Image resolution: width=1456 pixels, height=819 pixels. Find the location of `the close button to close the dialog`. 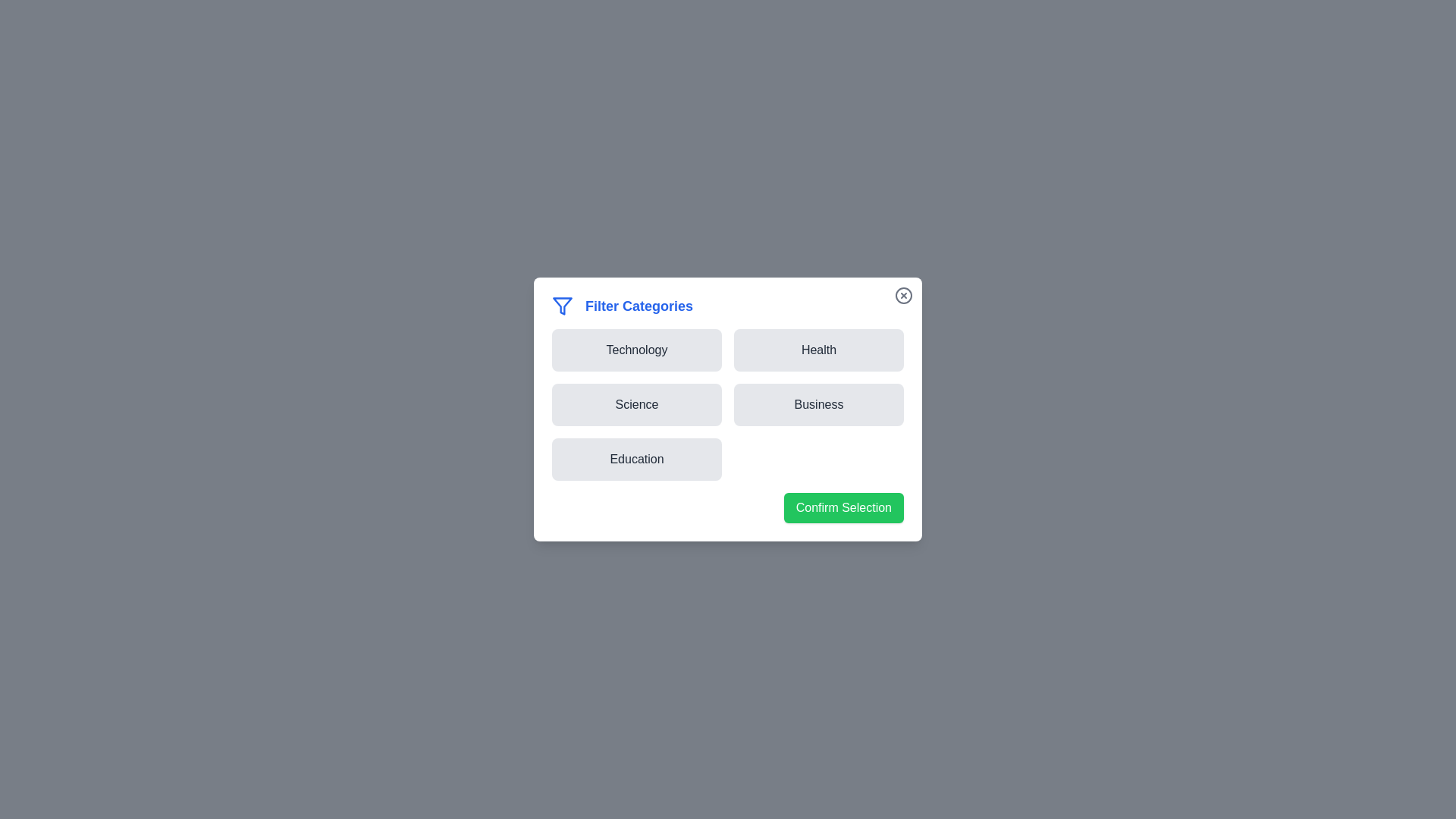

the close button to close the dialog is located at coordinates (903, 295).